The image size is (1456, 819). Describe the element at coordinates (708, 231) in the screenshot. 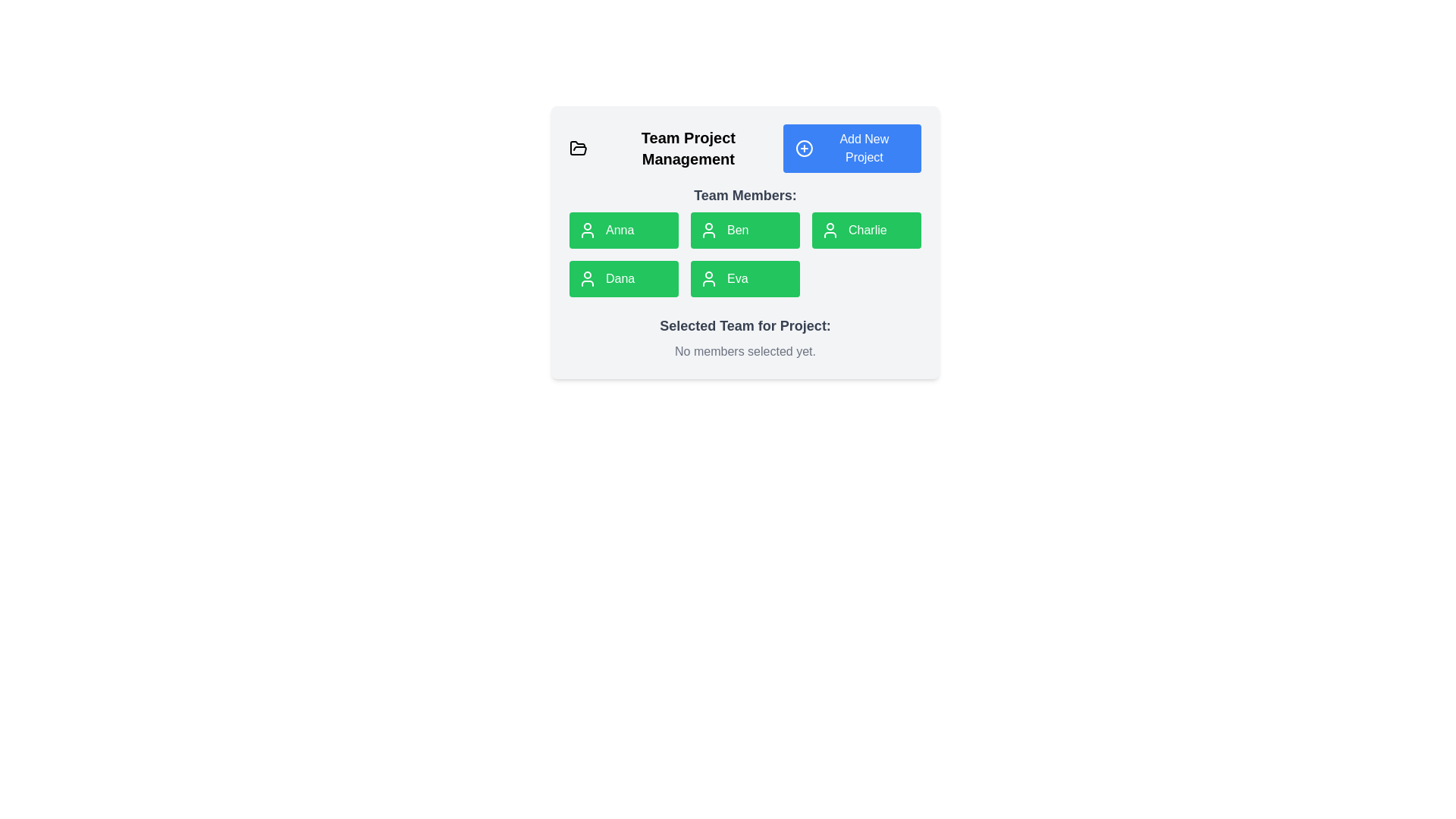

I see `the user icon labeled 'Ben' which is centrally positioned within the green button in the 'Team Members' section, specifically the second button in the top row` at that location.